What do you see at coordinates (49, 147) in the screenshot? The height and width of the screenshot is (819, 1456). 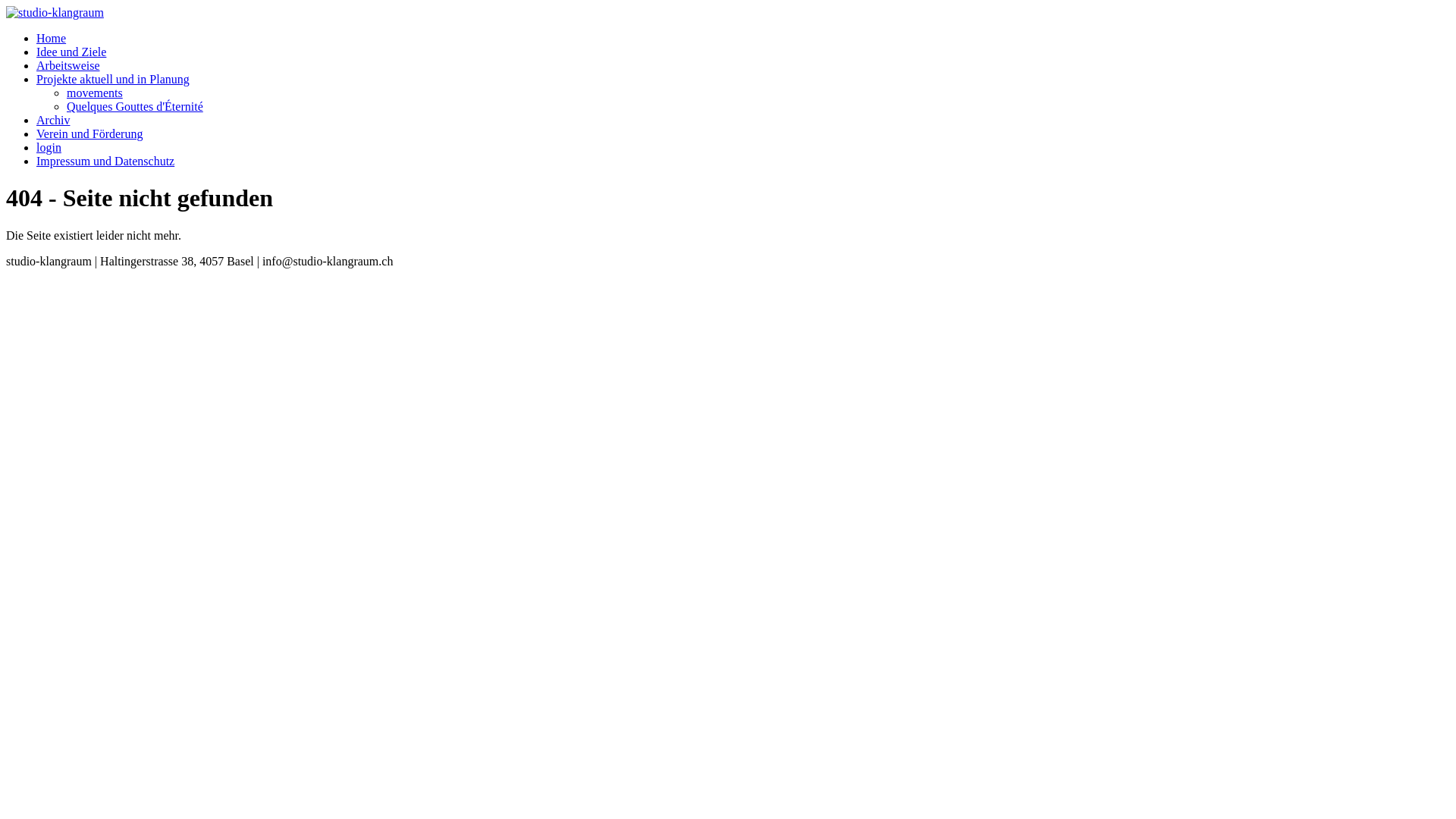 I see `'login'` at bounding box center [49, 147].